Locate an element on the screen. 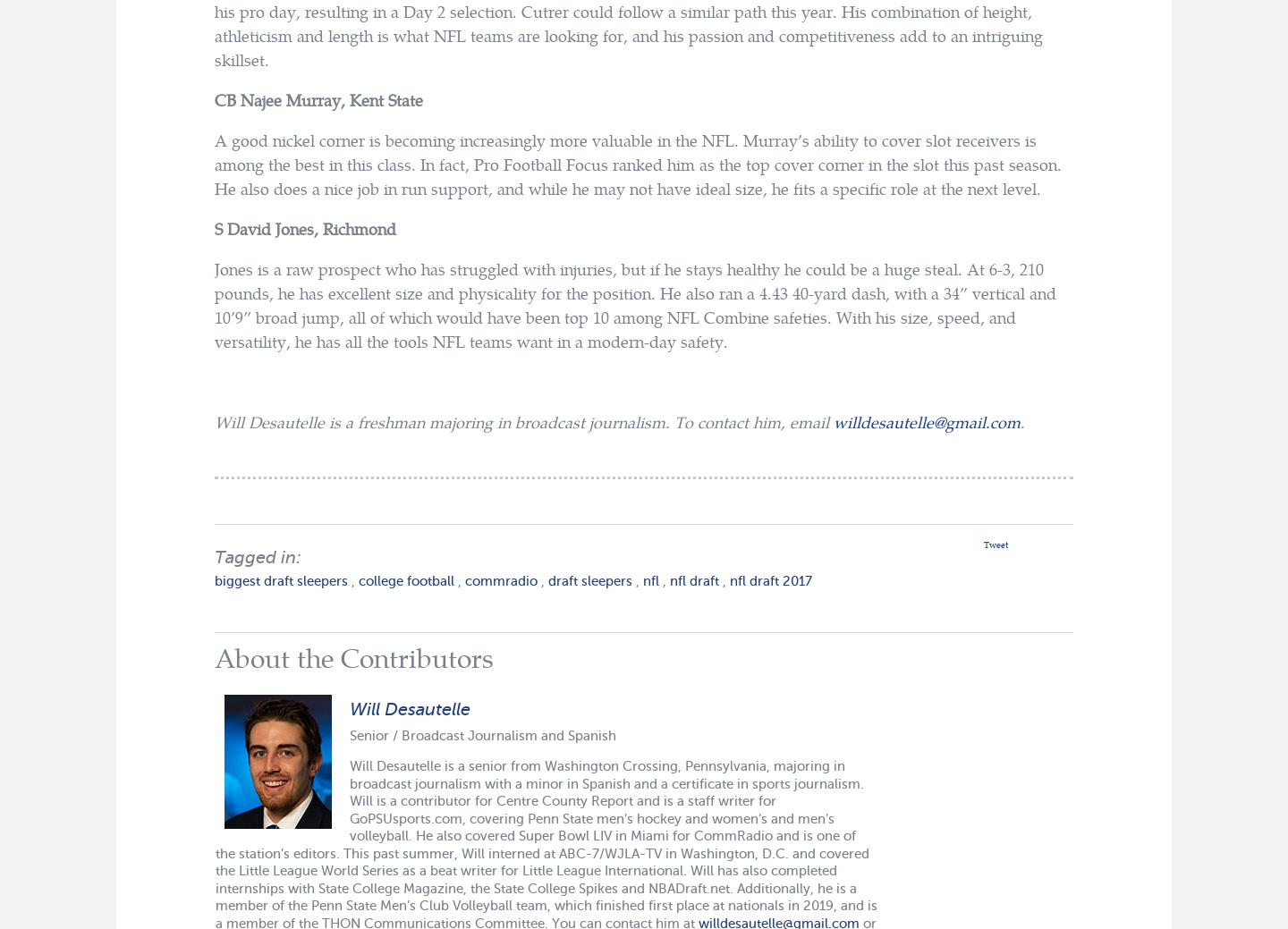 The height and width of the screenshot is (929, 1288). 'Tagged in:' is located at coordinates (257, 556).